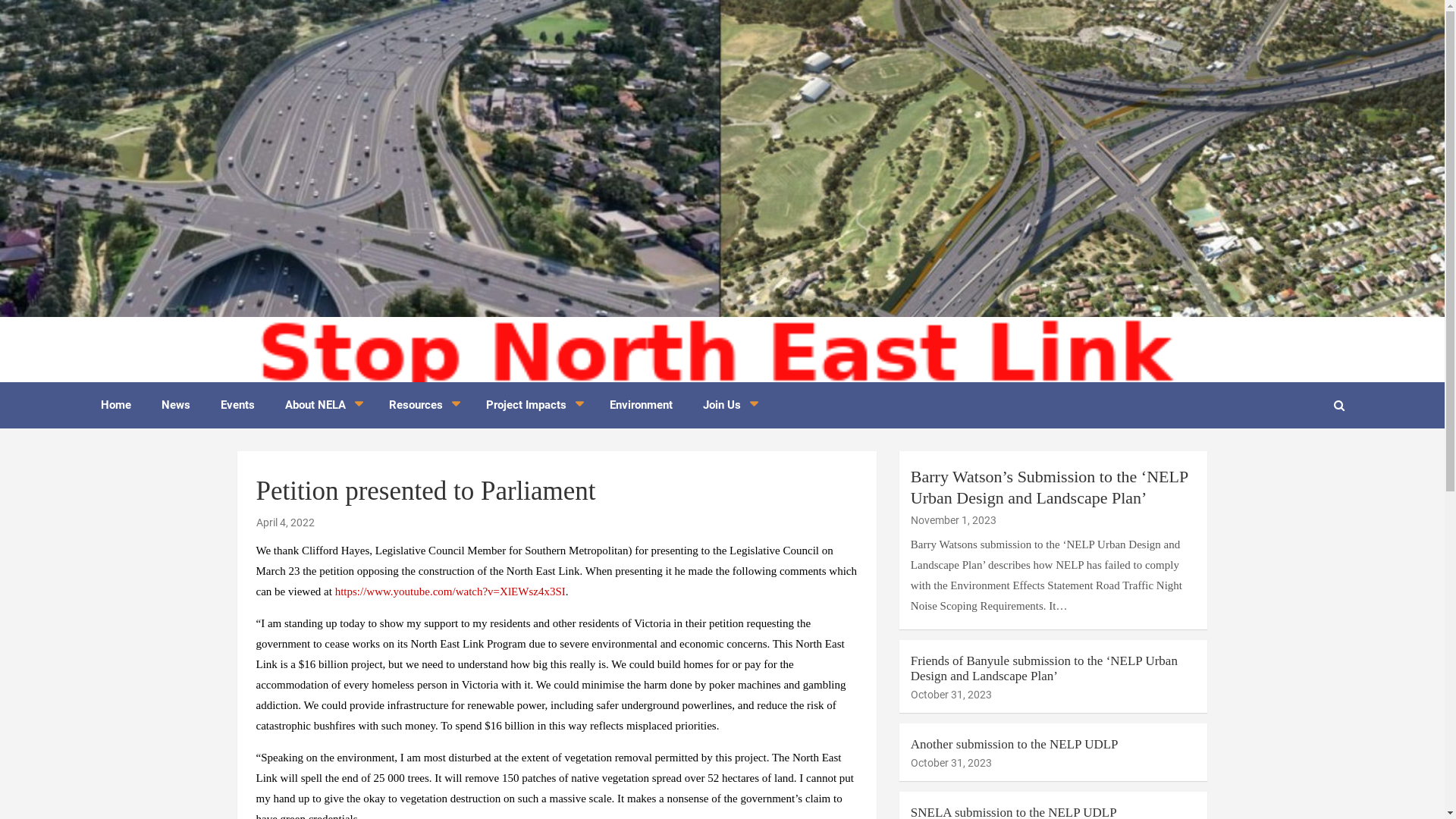  I want to click on 'October 31, 2023', so click(950, 694).